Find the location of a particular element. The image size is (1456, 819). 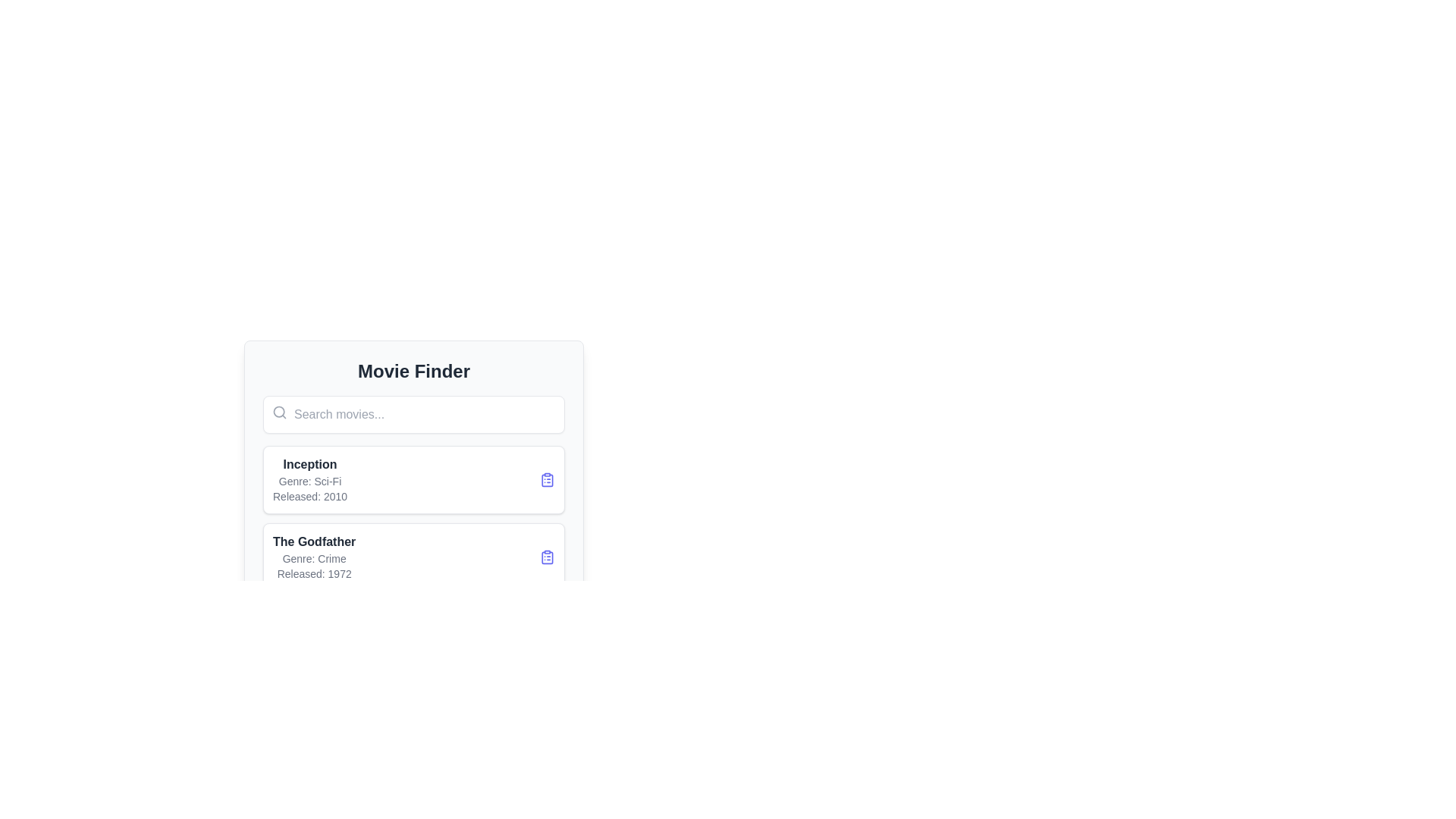

the Information display block showing movie details for 'The Godfather', which includes the title in bold dark gray and additional information in lighter gray is located at coordinates (313, 557).